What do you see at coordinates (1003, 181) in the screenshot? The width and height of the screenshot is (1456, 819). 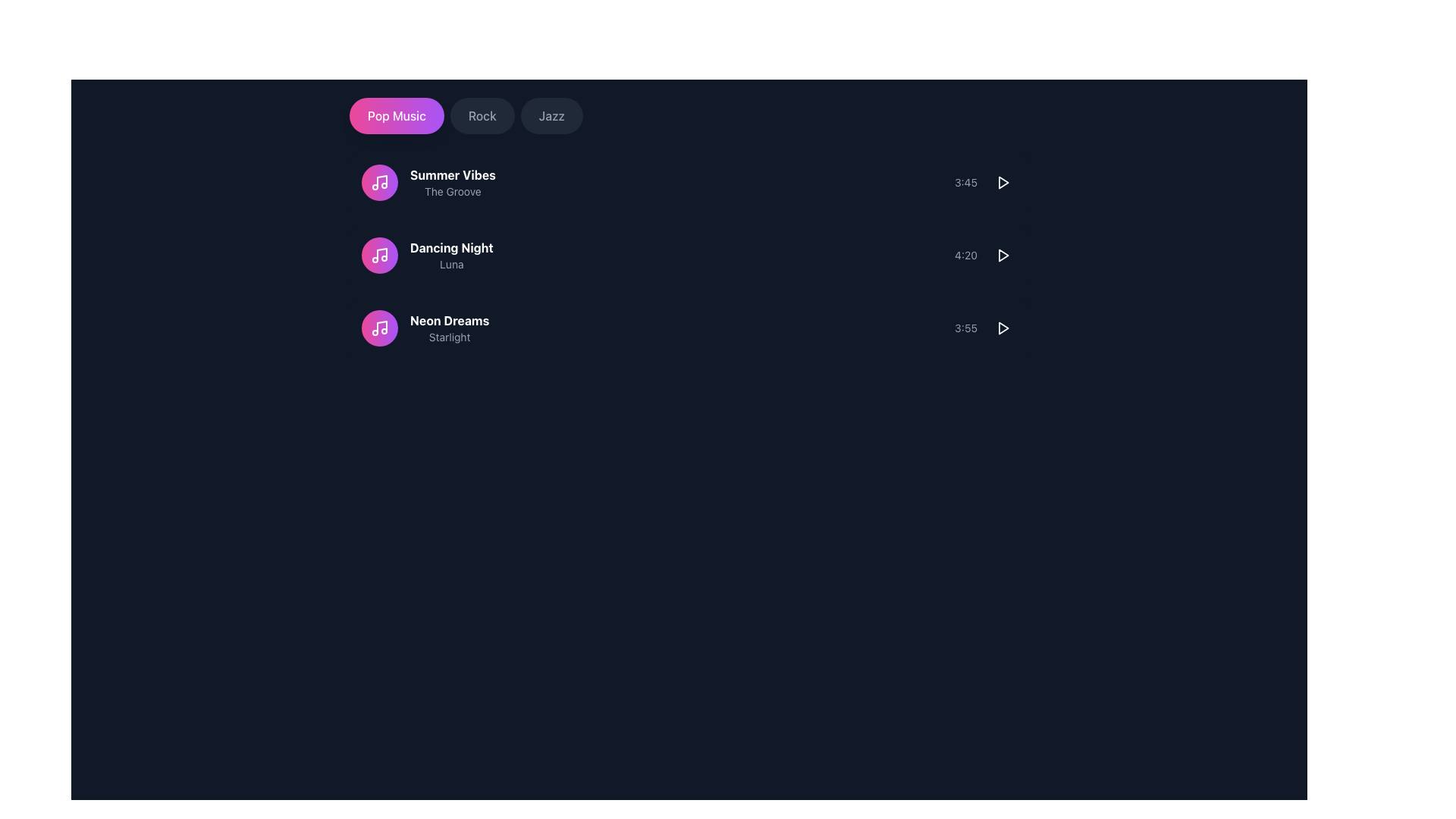 I see `the play button located to the right of the text '3:45' in the uppermost row of the list` at bounding box center [1003, 181].